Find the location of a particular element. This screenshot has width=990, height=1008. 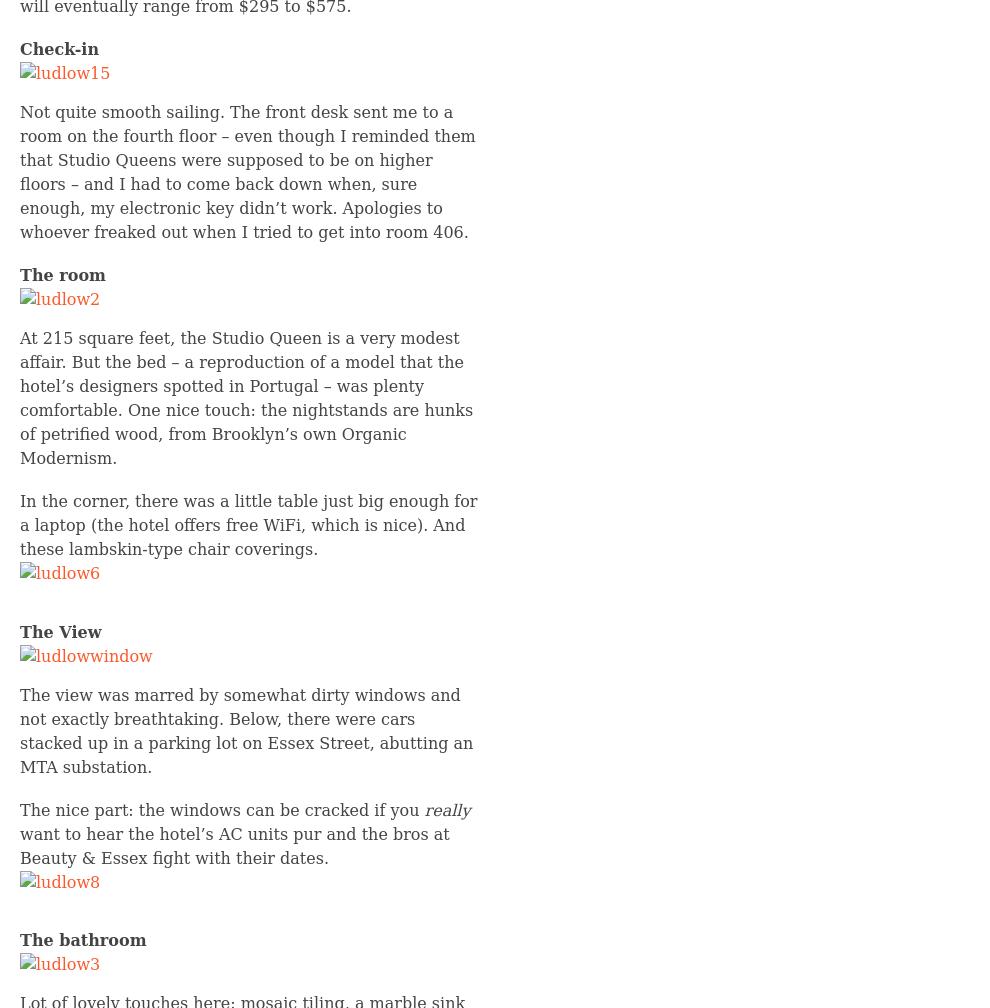

'want to hear the hotel’s AC units pur and the bros at Beauty & Essex fight with their dates.' is located at coordinates (233, 845).